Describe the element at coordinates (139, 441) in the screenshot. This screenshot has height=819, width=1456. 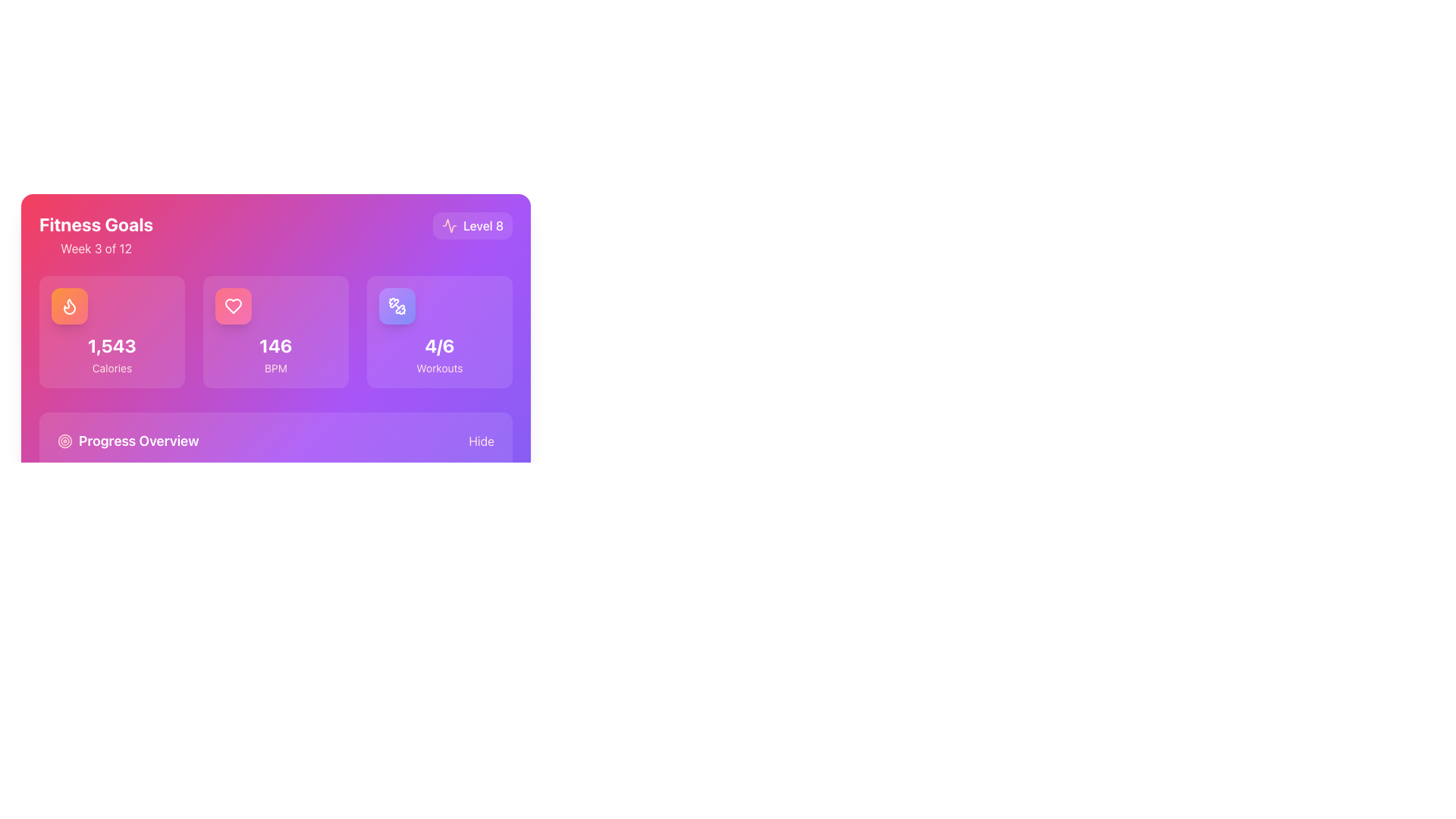
I see `the text component displaying 'Progress Overview' which is styled with a bold, larger font size and white color, located in a purple shaded area at the bottom-left corner of the interface, aligned next to a circular target icon` at that location.